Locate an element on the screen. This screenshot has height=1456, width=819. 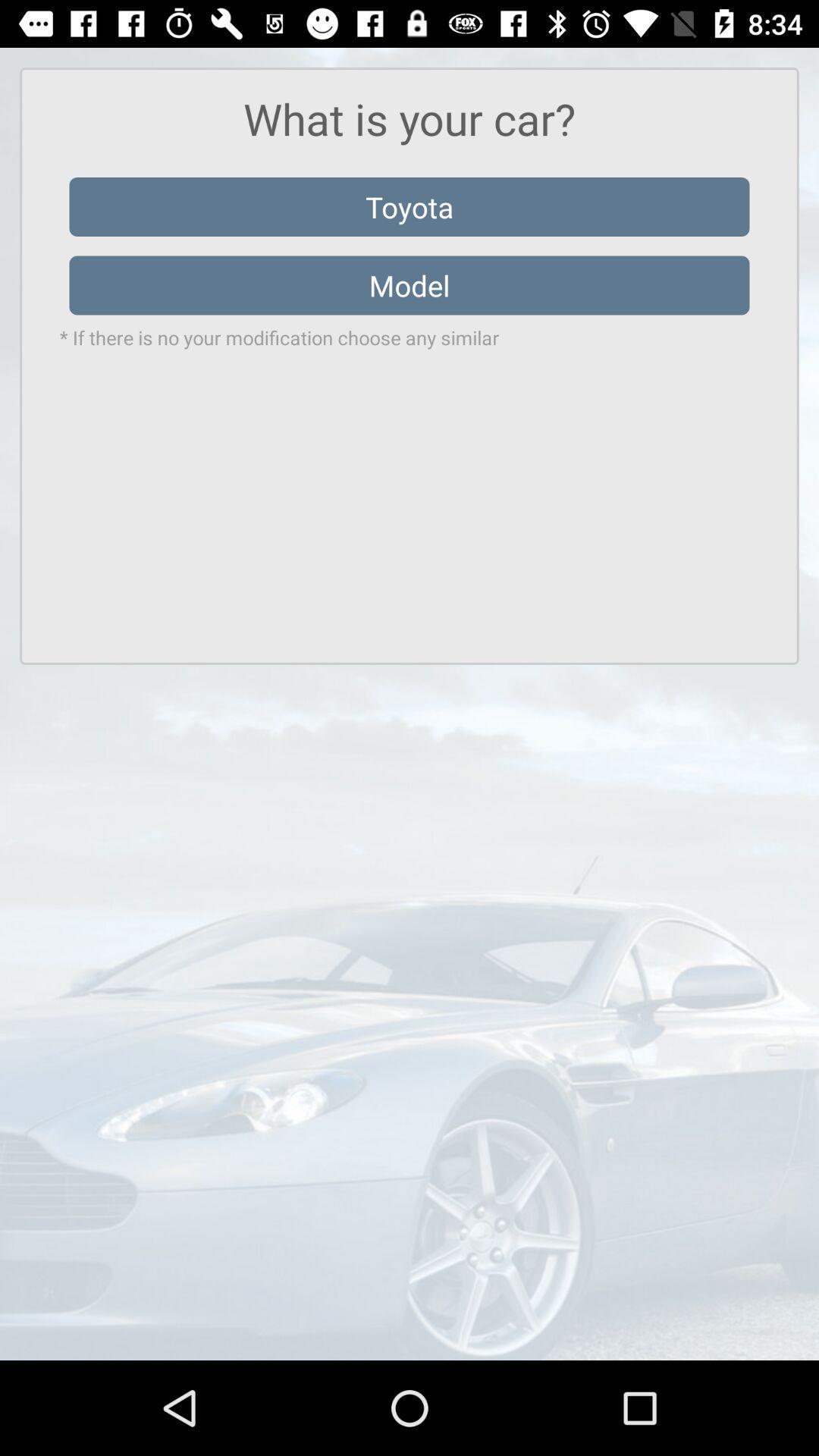
toyota is located at coordinates (409, 206).